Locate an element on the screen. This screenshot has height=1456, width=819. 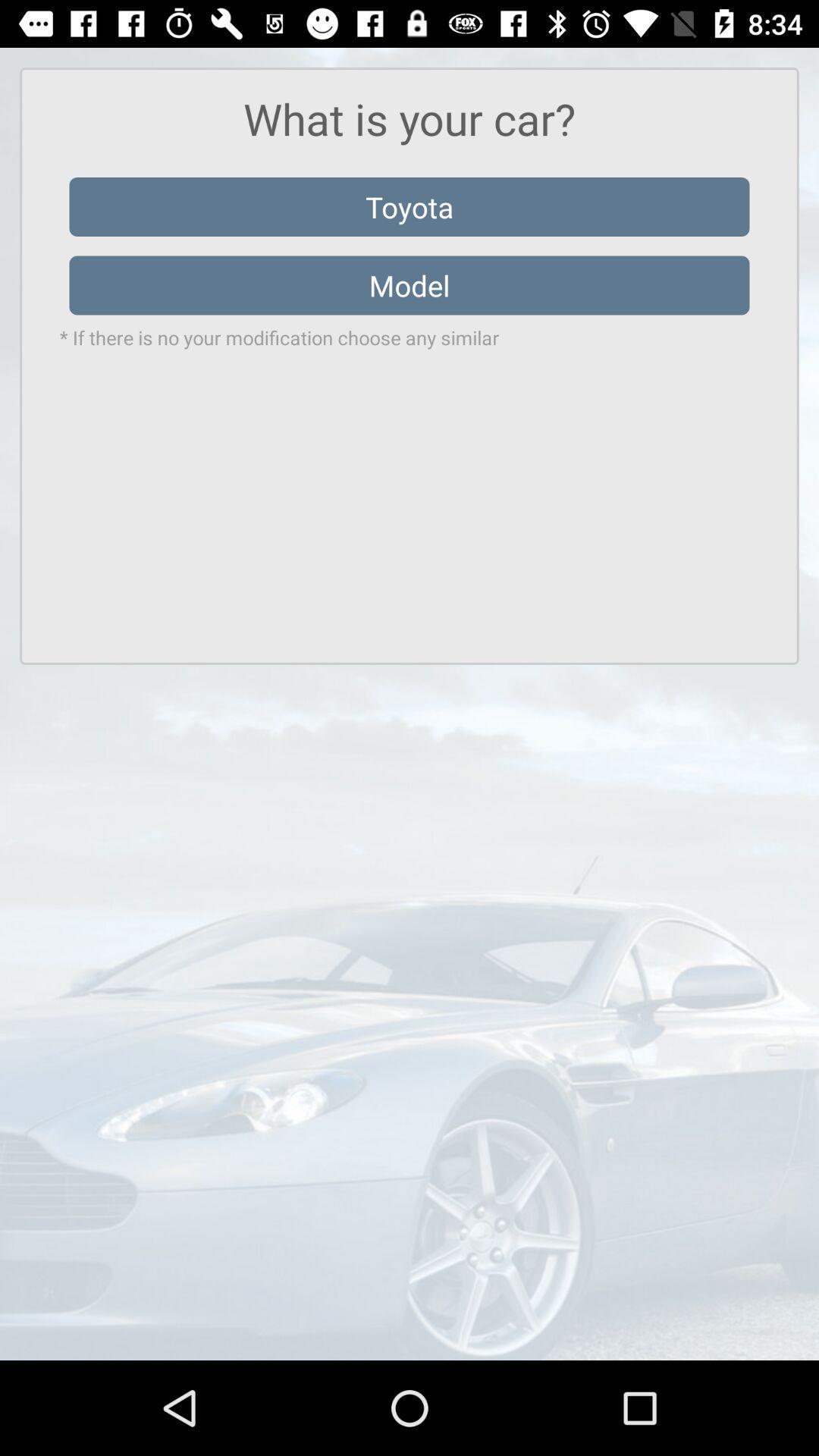
toyota is located at coordinates (409, 206).